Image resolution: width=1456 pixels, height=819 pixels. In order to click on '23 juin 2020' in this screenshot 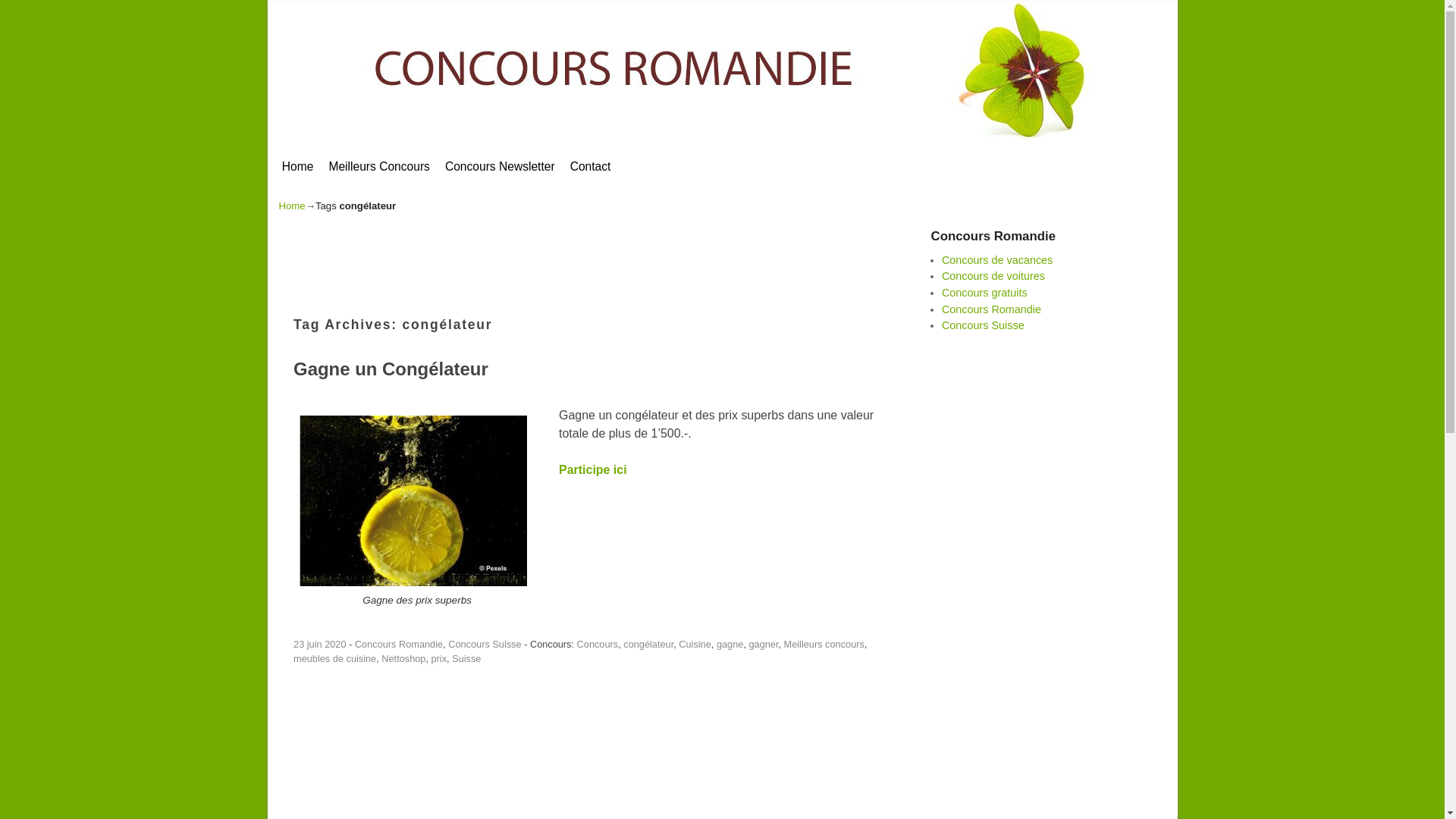, I will do `click(318, 644)`.